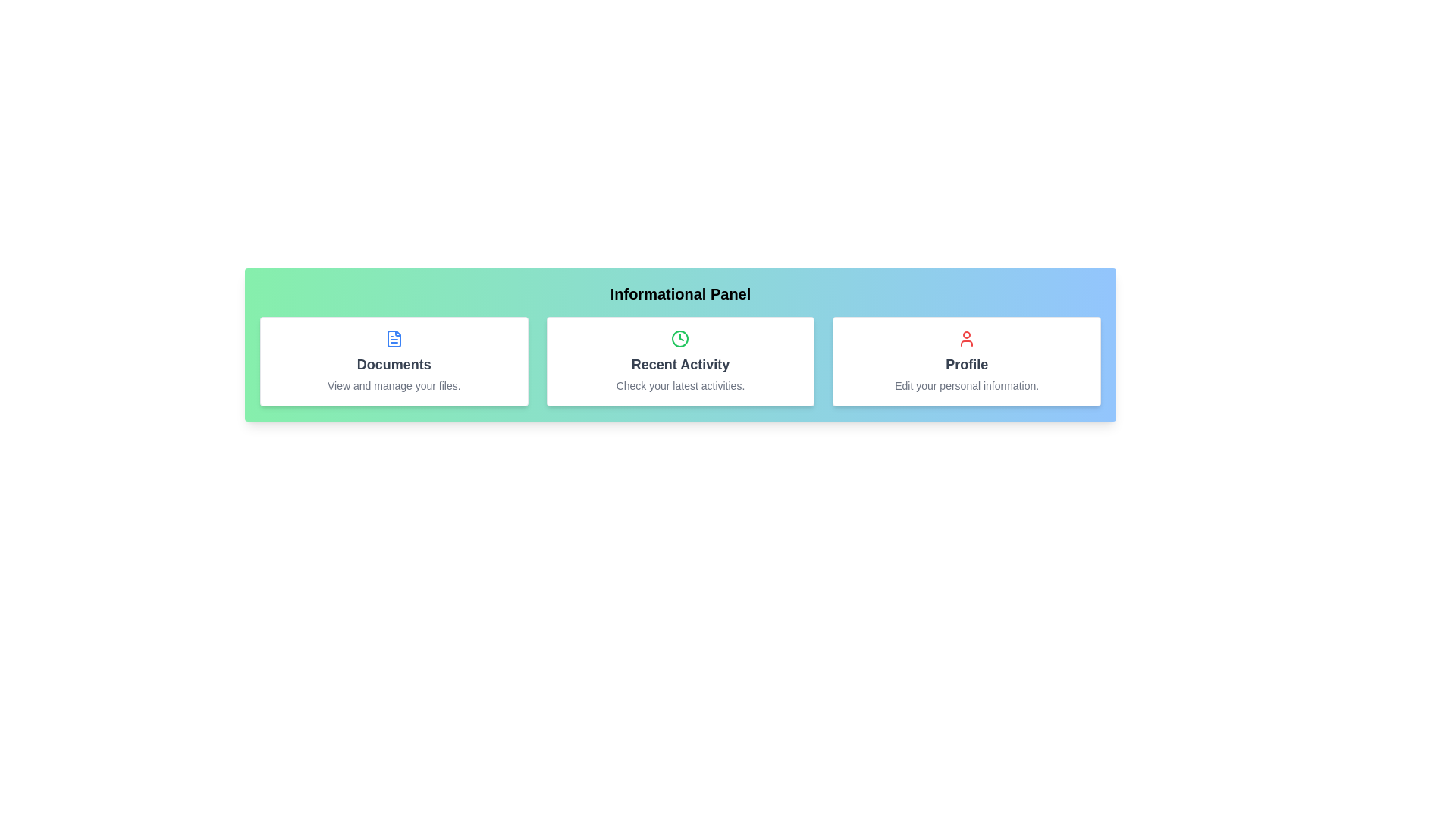  I want to click on the card labeled Documents to observe its hover effect, so click(394, 362).